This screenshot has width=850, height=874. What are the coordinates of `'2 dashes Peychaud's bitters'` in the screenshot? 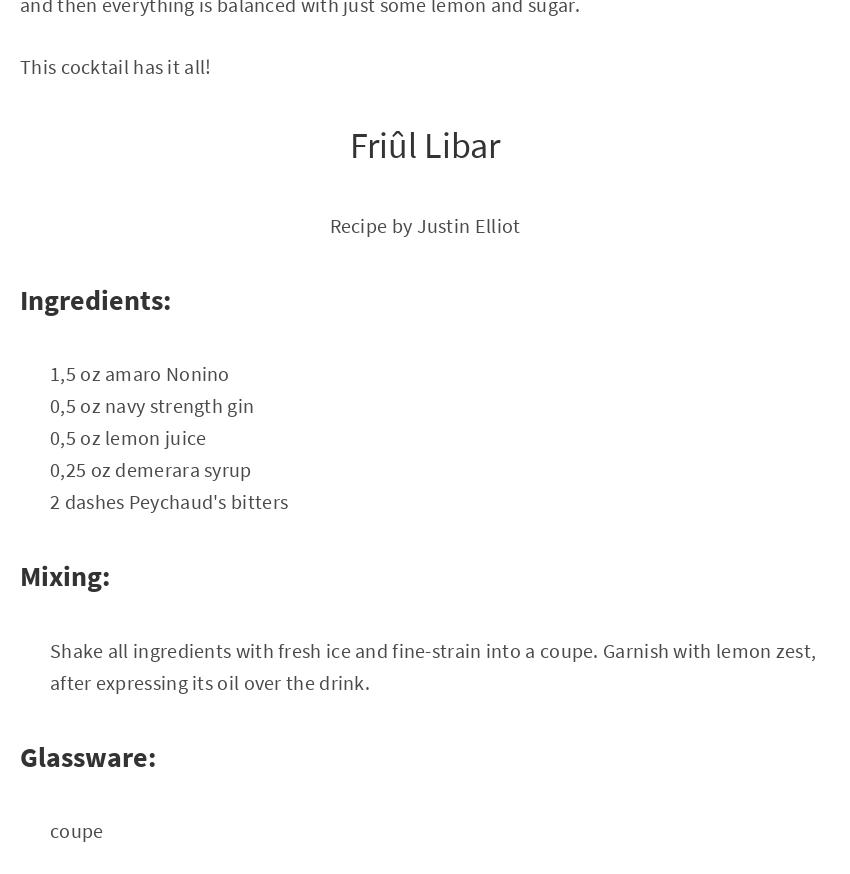 It's located at (168, 500).